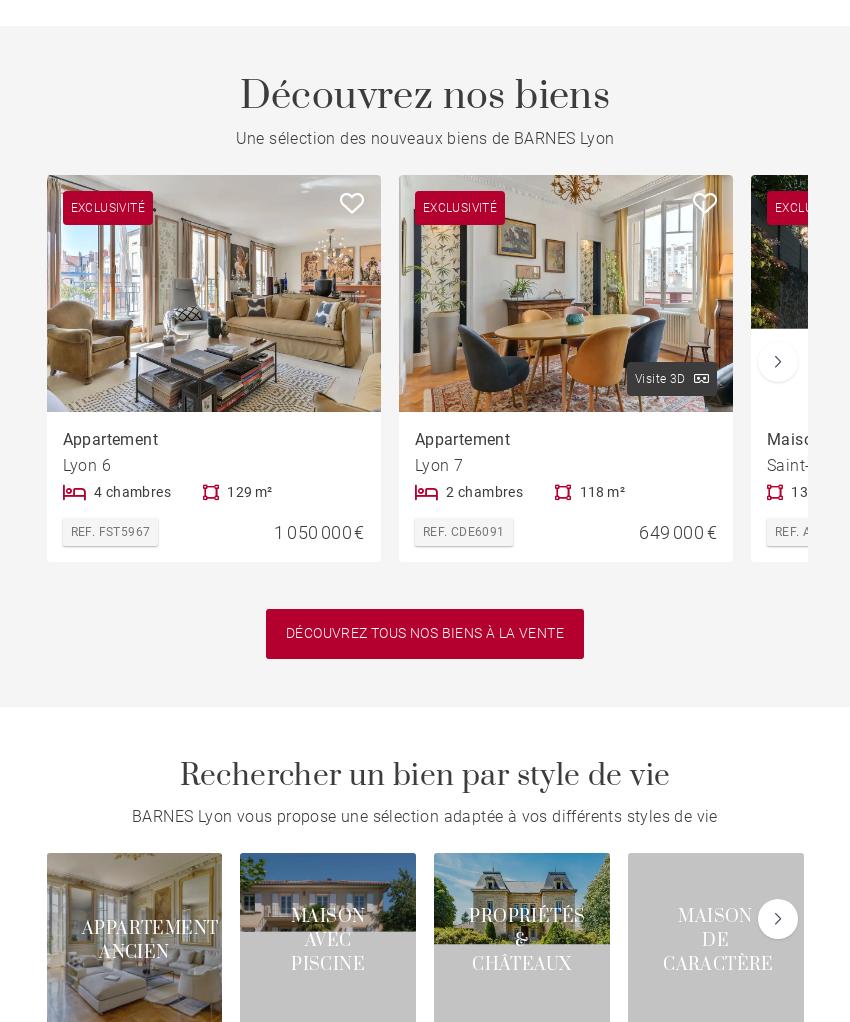  I want to click on 'REF. CDE6091', so click(422, 530).